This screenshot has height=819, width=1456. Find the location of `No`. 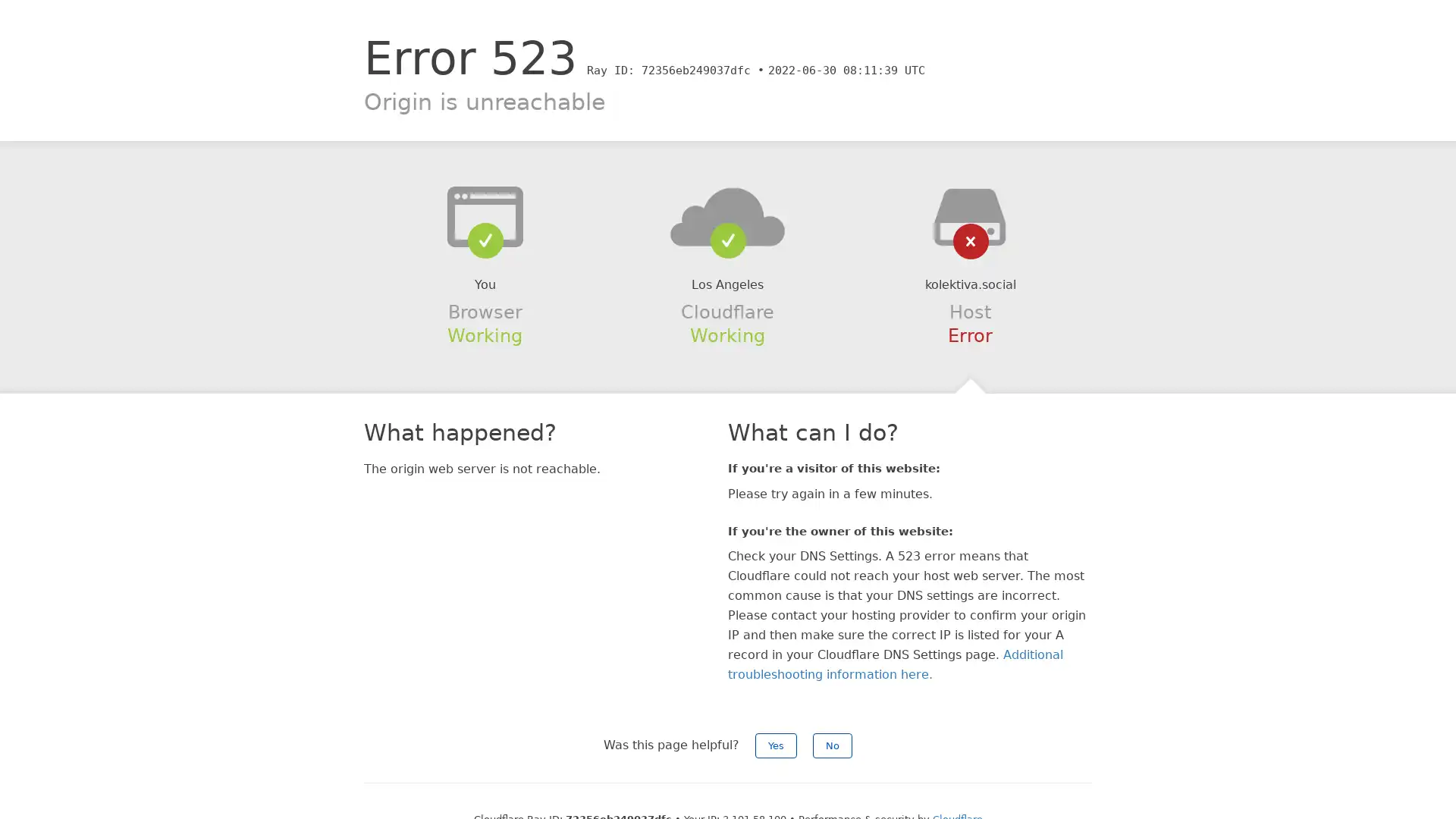

No is located at coordinates (832, 745).